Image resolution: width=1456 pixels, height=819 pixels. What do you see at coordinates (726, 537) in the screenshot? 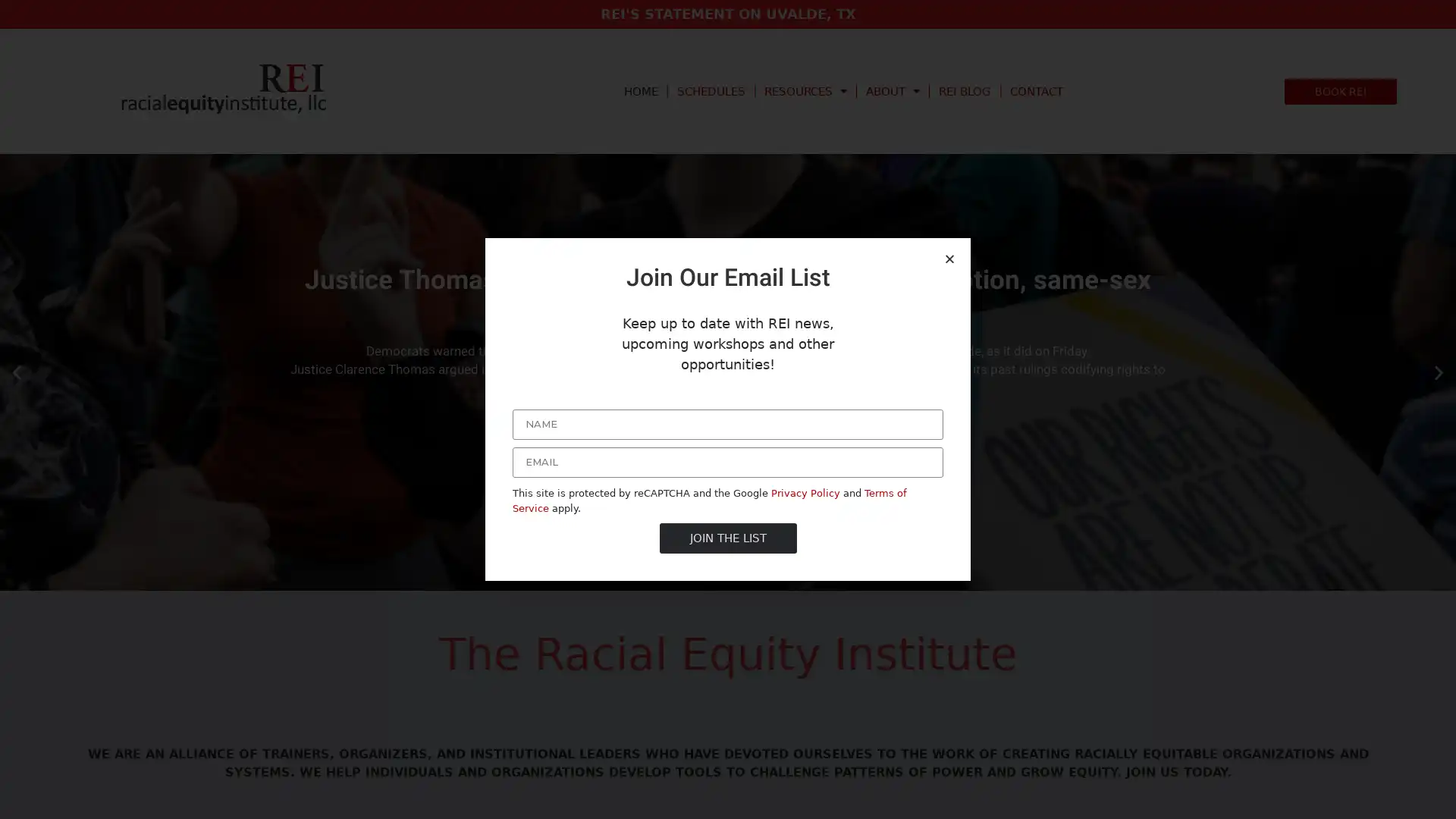
I see `JOIN THE LIST` at bounding box center [726, 537].